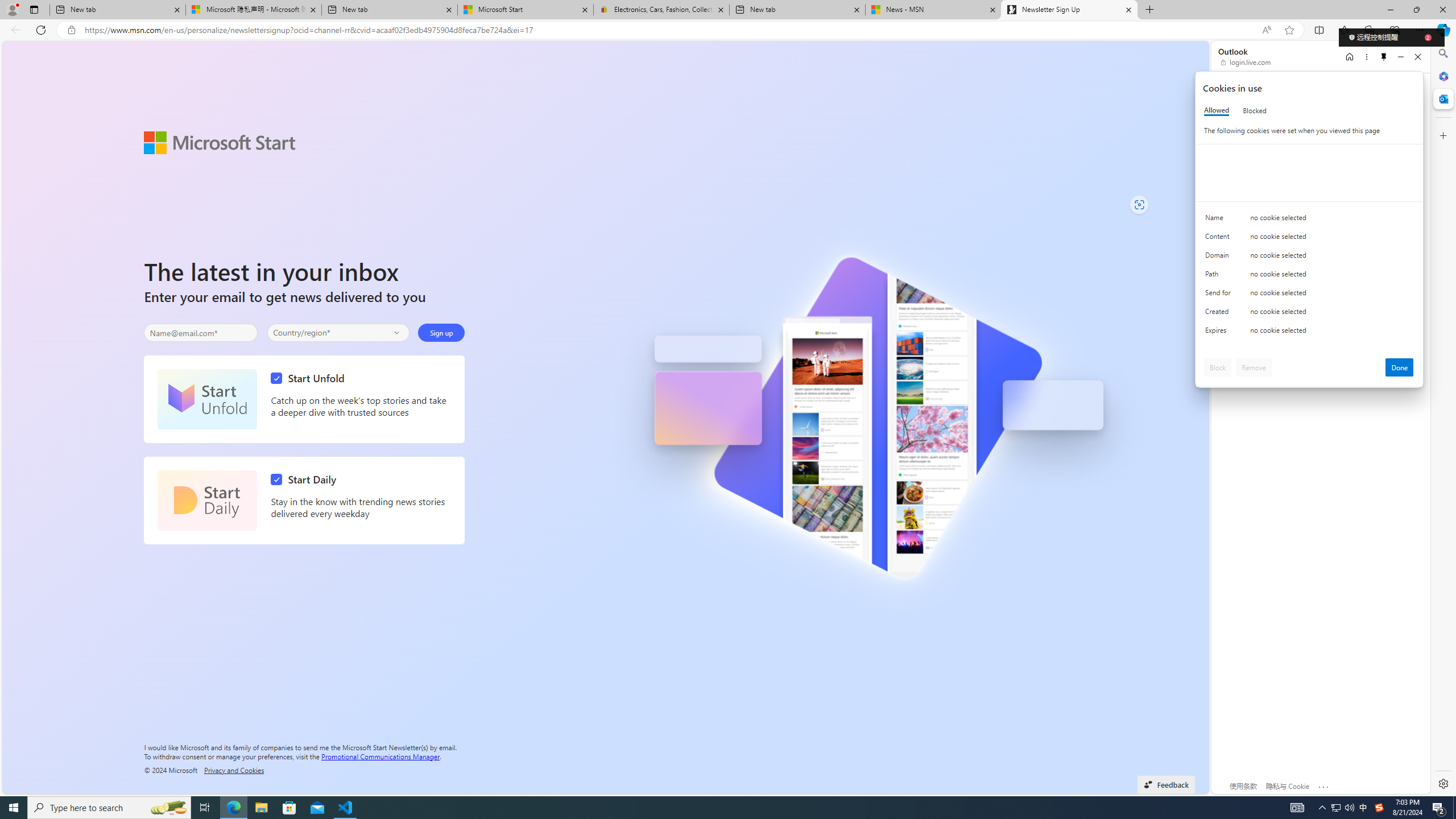 The image size is (1456, 819). I want to click on 'Privacy and Cookies', so click(234, 769).